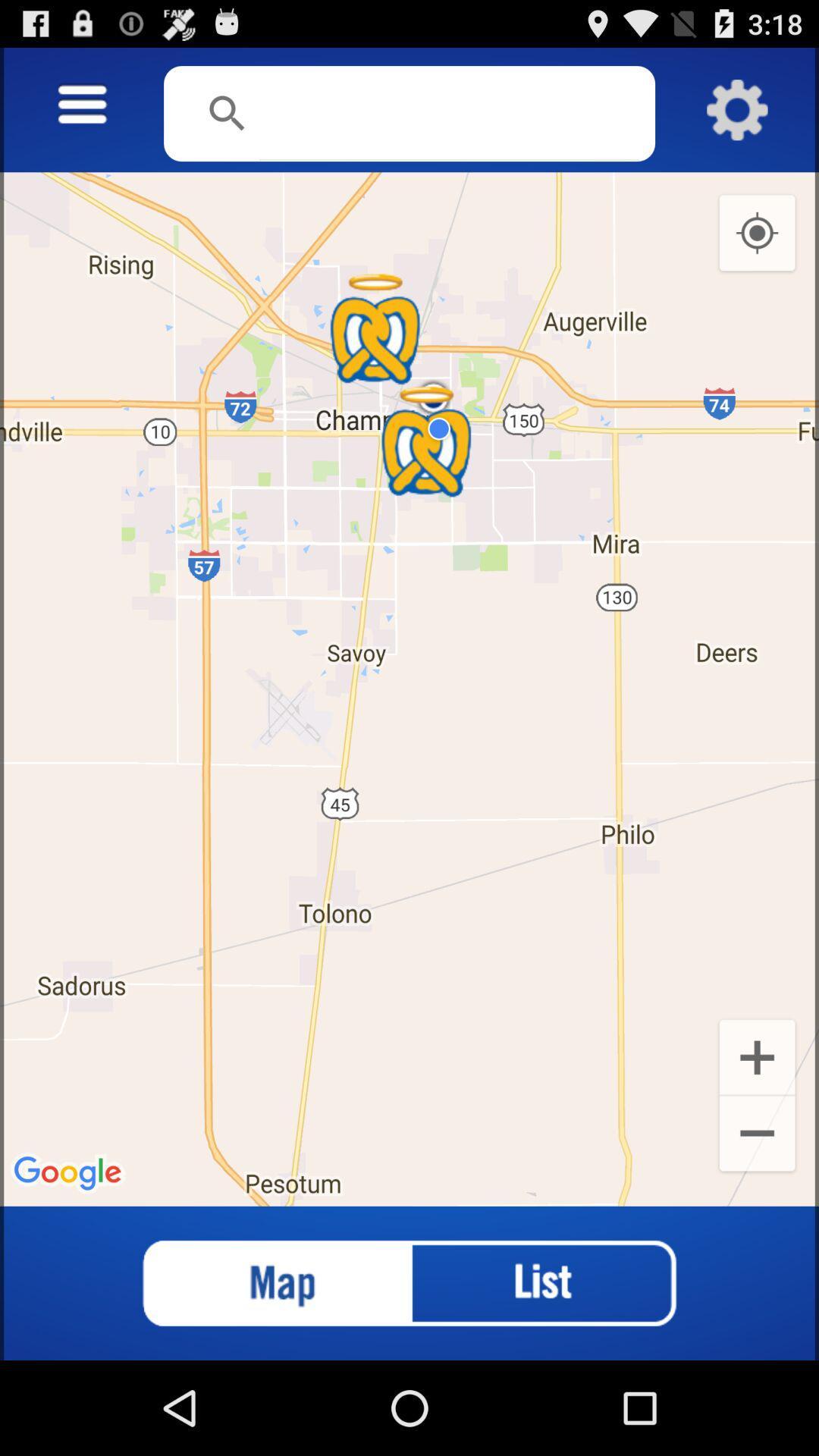 The height and width of the screenshot is (1456, 819). What do you see at coordinates (757, 250) in the screenshot?
I see `the location_crosshair icon` at bounding box center [757, 250].